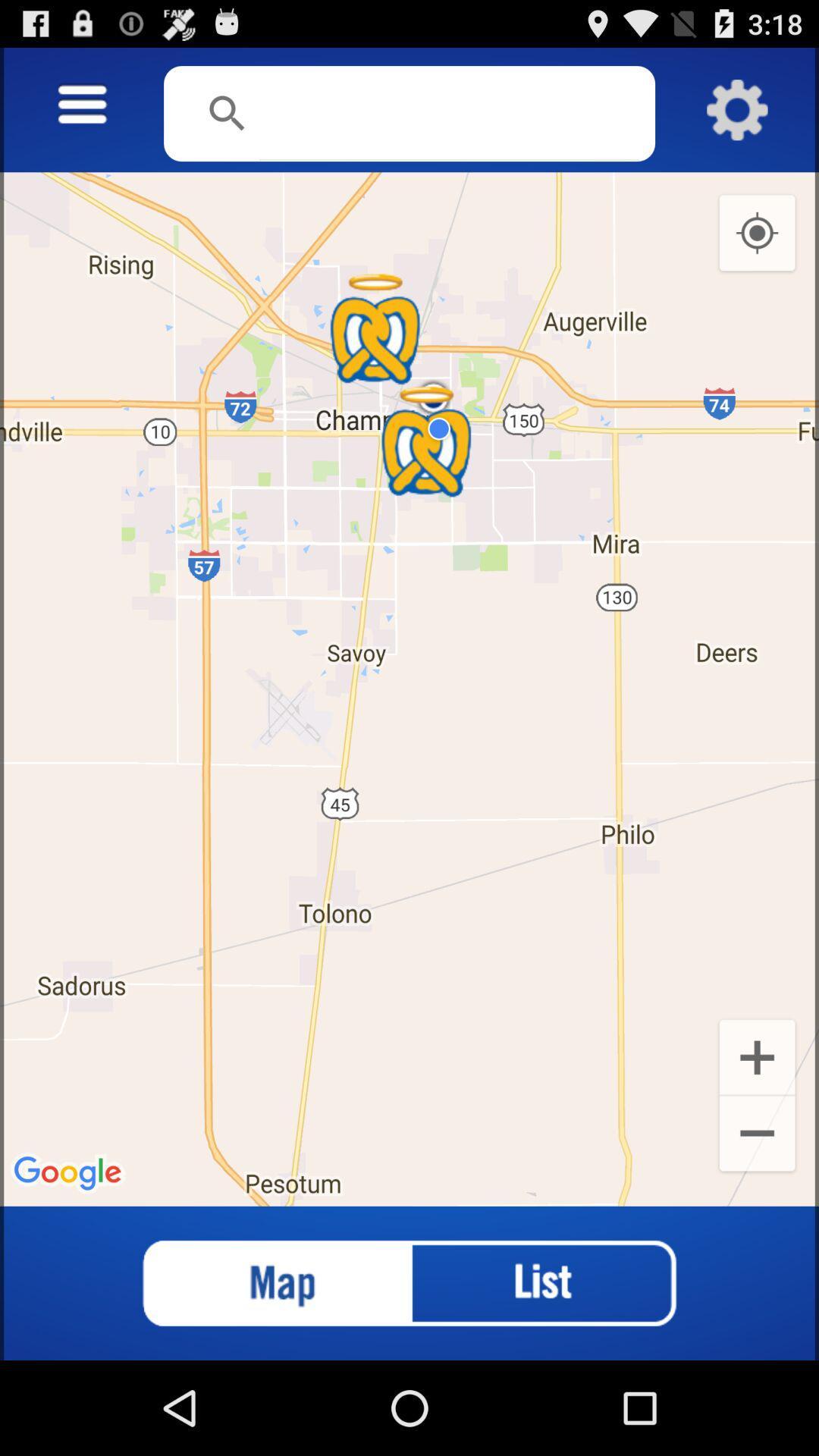 The height and width of the screenshot is (1456, 819). What do you see at coordinates (757, 250) in the screenshot?
I see `the location_crosshair icon` at bounding box center [757, 250].